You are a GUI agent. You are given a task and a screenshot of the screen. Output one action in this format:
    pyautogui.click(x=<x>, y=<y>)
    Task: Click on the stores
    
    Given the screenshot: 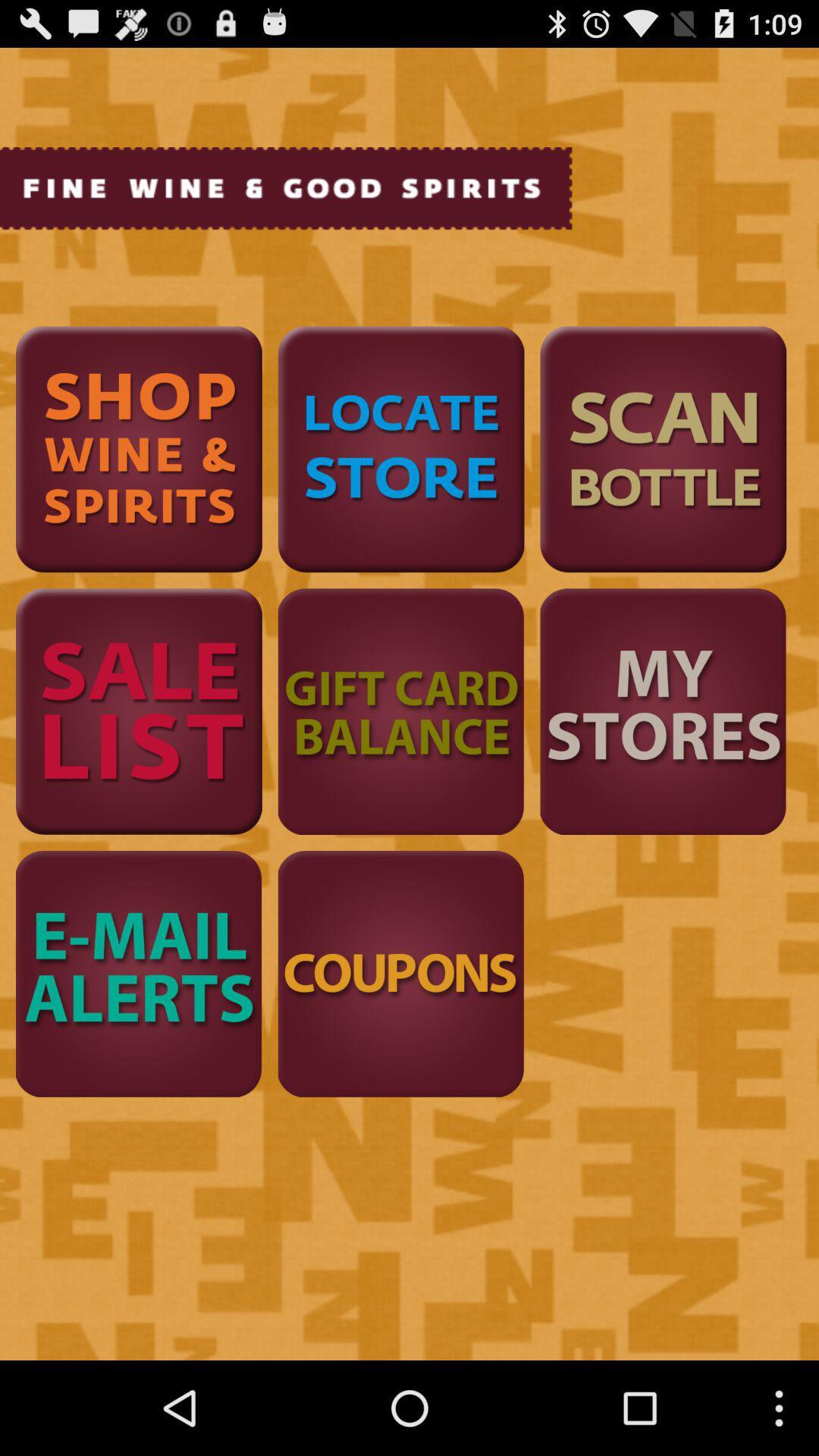 What is the action you would take?
    pyautogui.click(x=662, y=711)
    